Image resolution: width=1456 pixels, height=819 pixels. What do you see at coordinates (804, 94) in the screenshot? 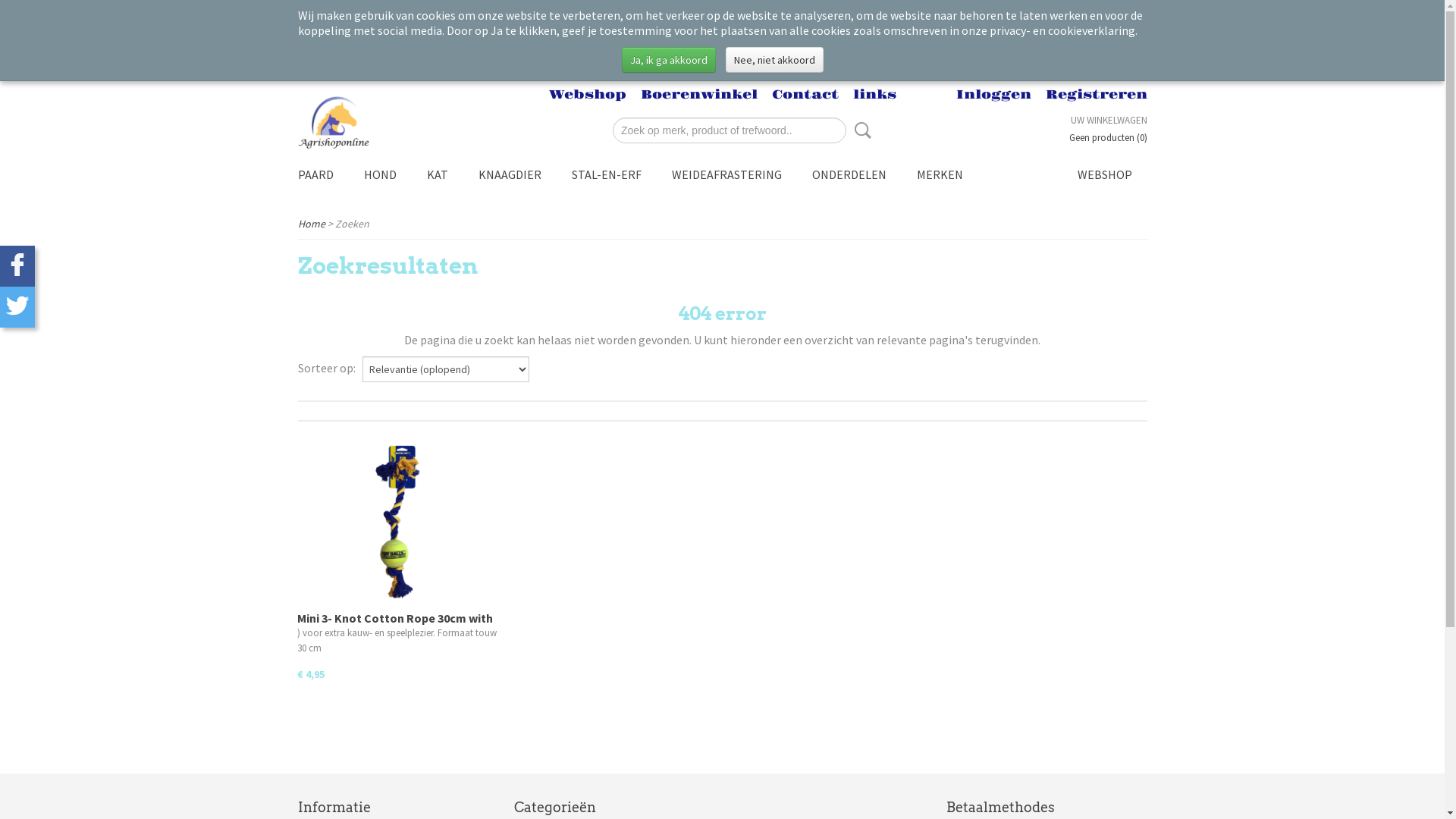
I see `'Contact'` at bounding box center [804, 94].